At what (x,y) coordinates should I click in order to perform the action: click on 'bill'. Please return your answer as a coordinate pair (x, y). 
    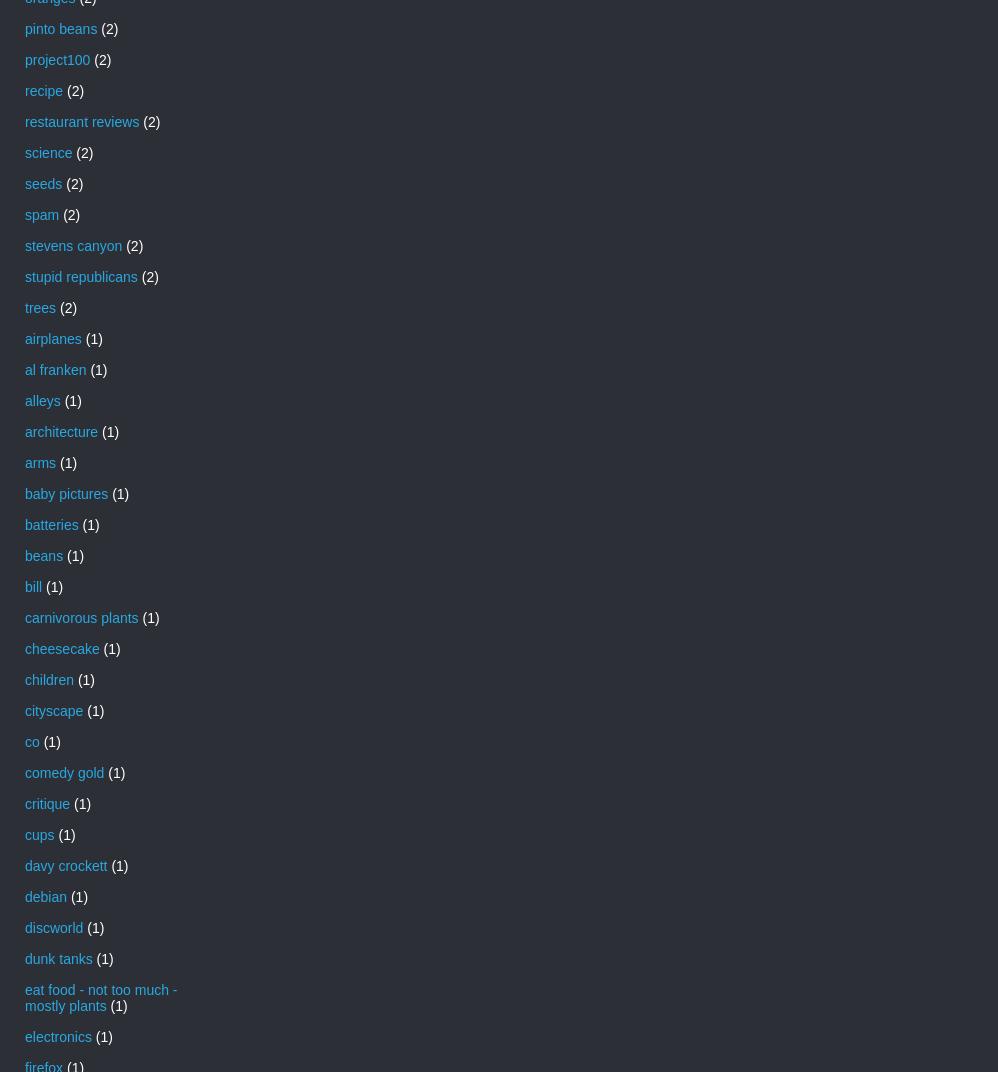
    Looking at the image, I should click on (33, 584).